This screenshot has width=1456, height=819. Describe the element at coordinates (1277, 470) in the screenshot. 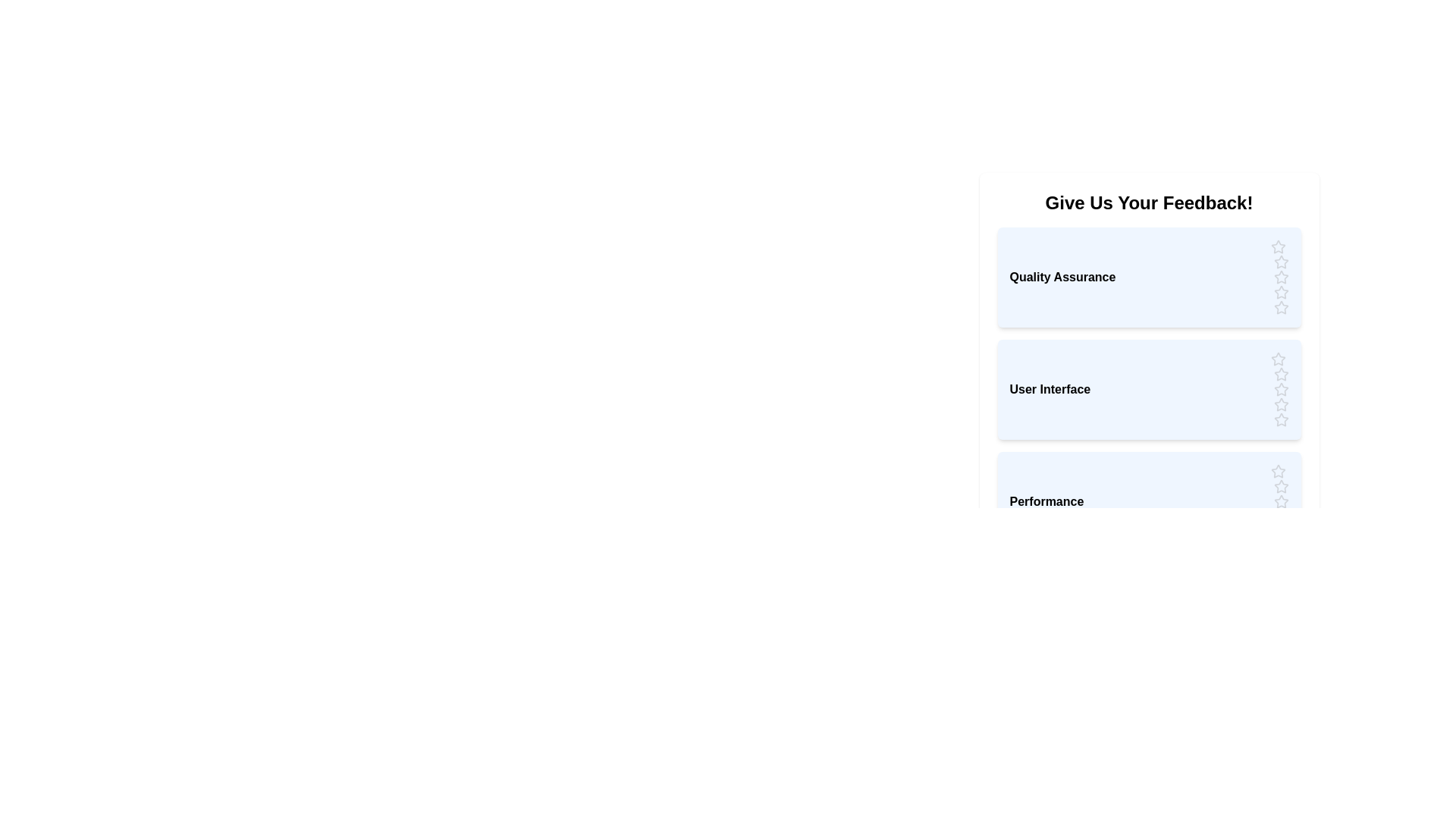

I see `the rating for the category 'Performance' to 1 stars` at that location.